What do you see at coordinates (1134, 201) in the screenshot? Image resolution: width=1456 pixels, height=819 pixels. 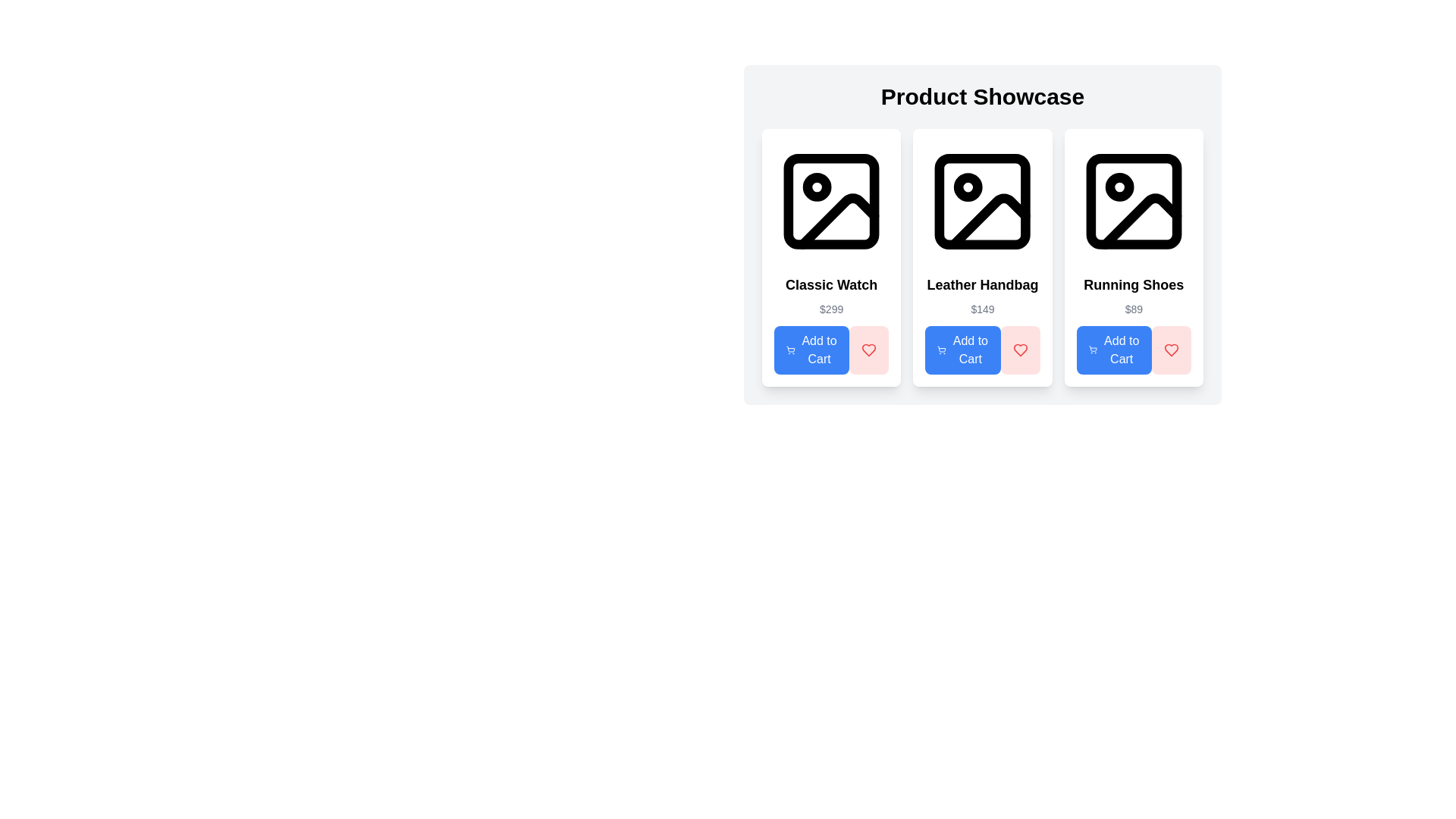 I see `the graphical icon component representing an image placeholder in the third card labeled 'Running Shoes' of the horizontal product showcase layout` at bounding box center [1134, 201].